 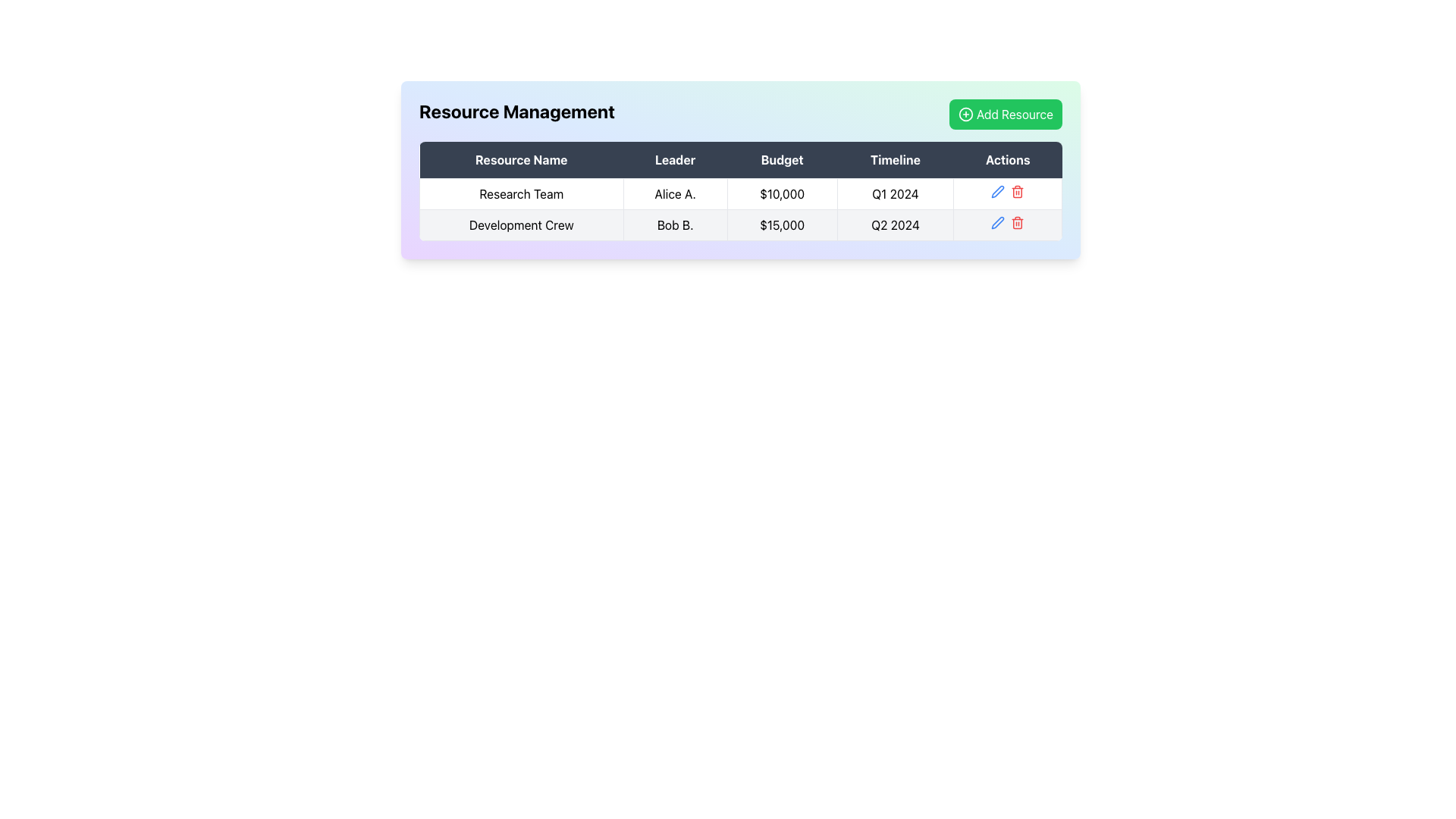 What do you see at coordinates (521, 225) in the screenshot?
I see `the text label displaying 'Development Crew', which is located in the second row and first column of the table under the 'Resource Name' column` at bounding box center [521, 225].